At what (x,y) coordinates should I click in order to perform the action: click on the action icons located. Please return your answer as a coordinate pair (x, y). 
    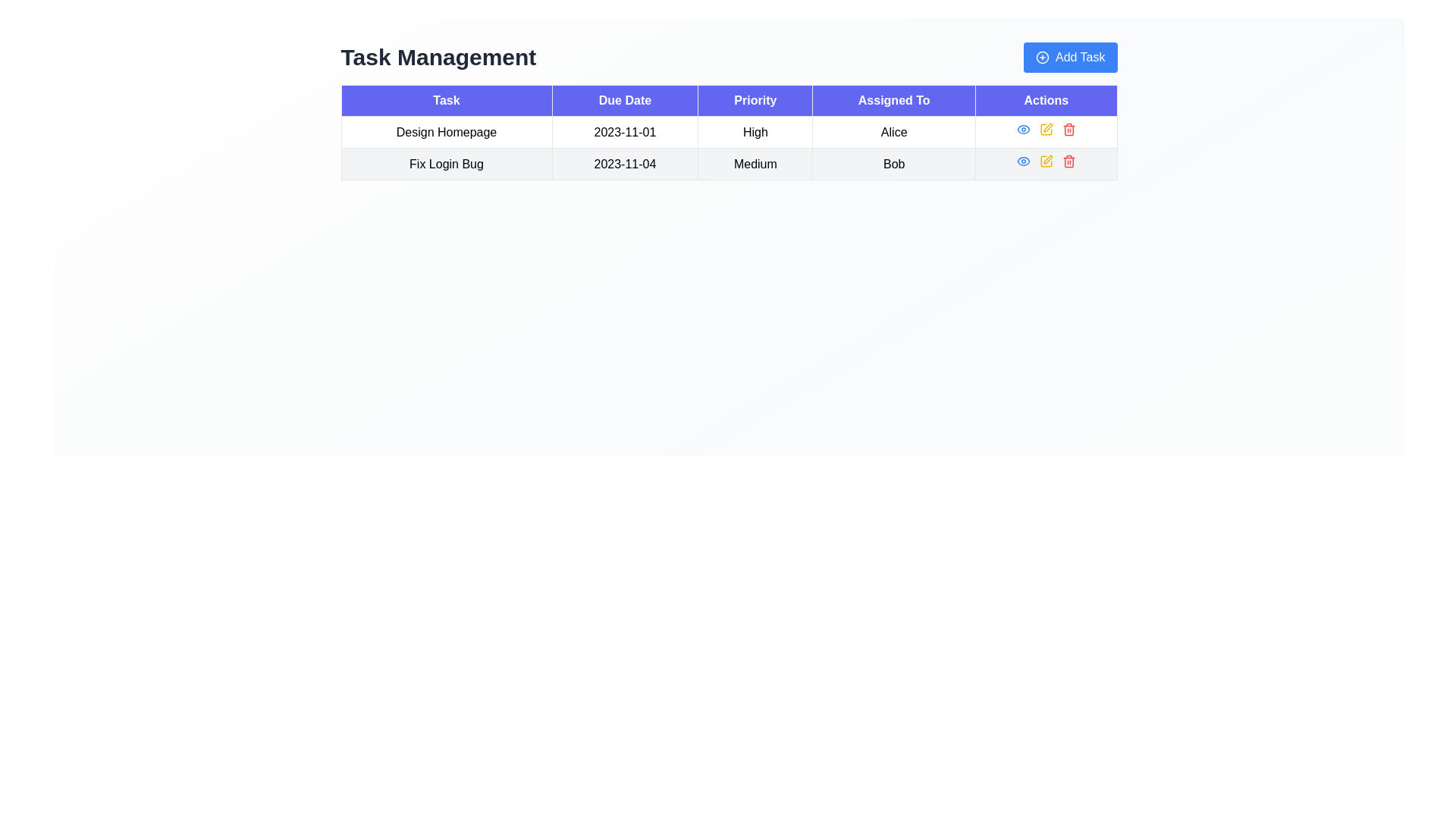
    Looking at the image, I should click on (1044, 164).